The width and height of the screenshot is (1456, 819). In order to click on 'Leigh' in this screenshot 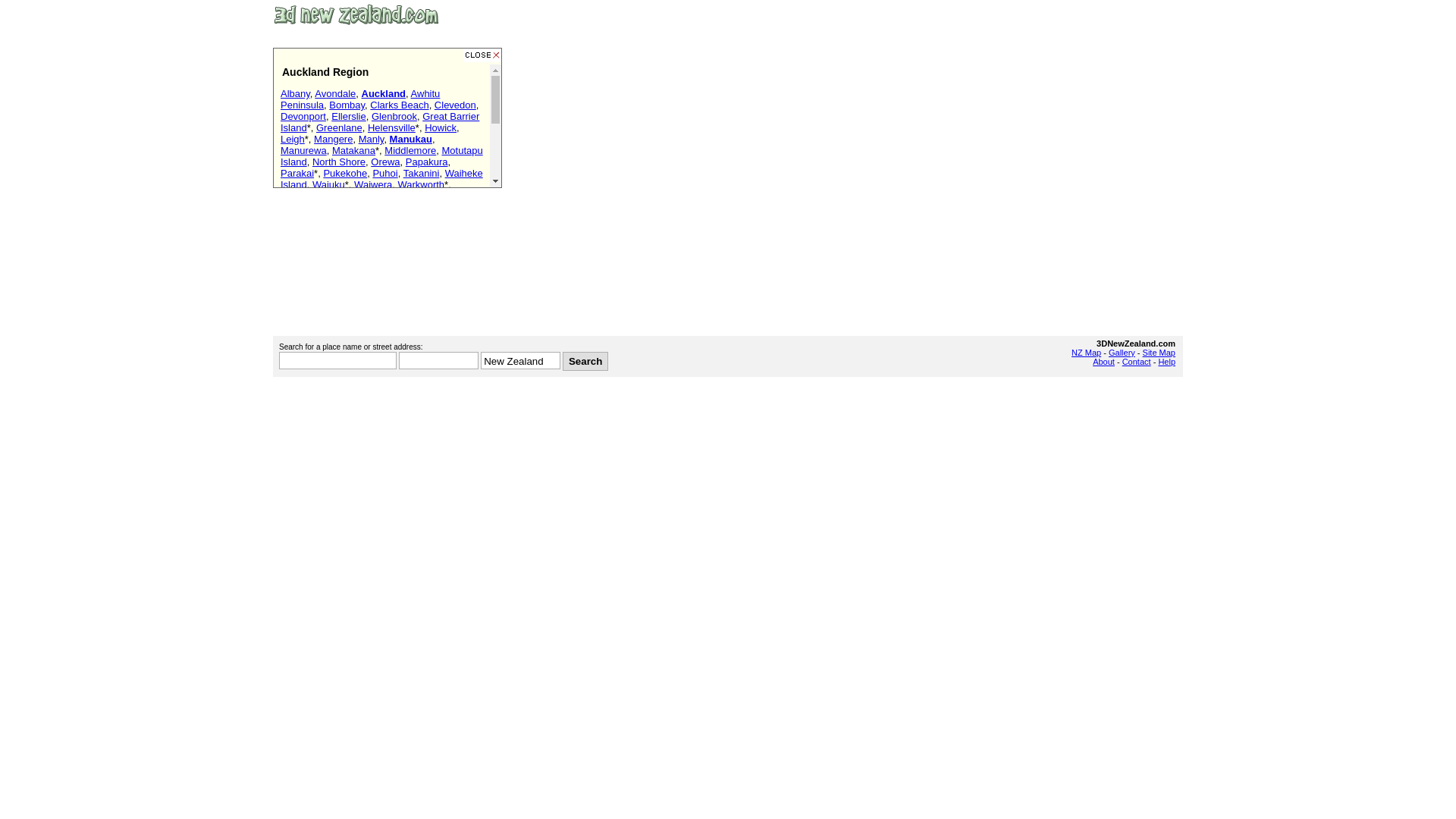, I will do `click(292, 139)`.